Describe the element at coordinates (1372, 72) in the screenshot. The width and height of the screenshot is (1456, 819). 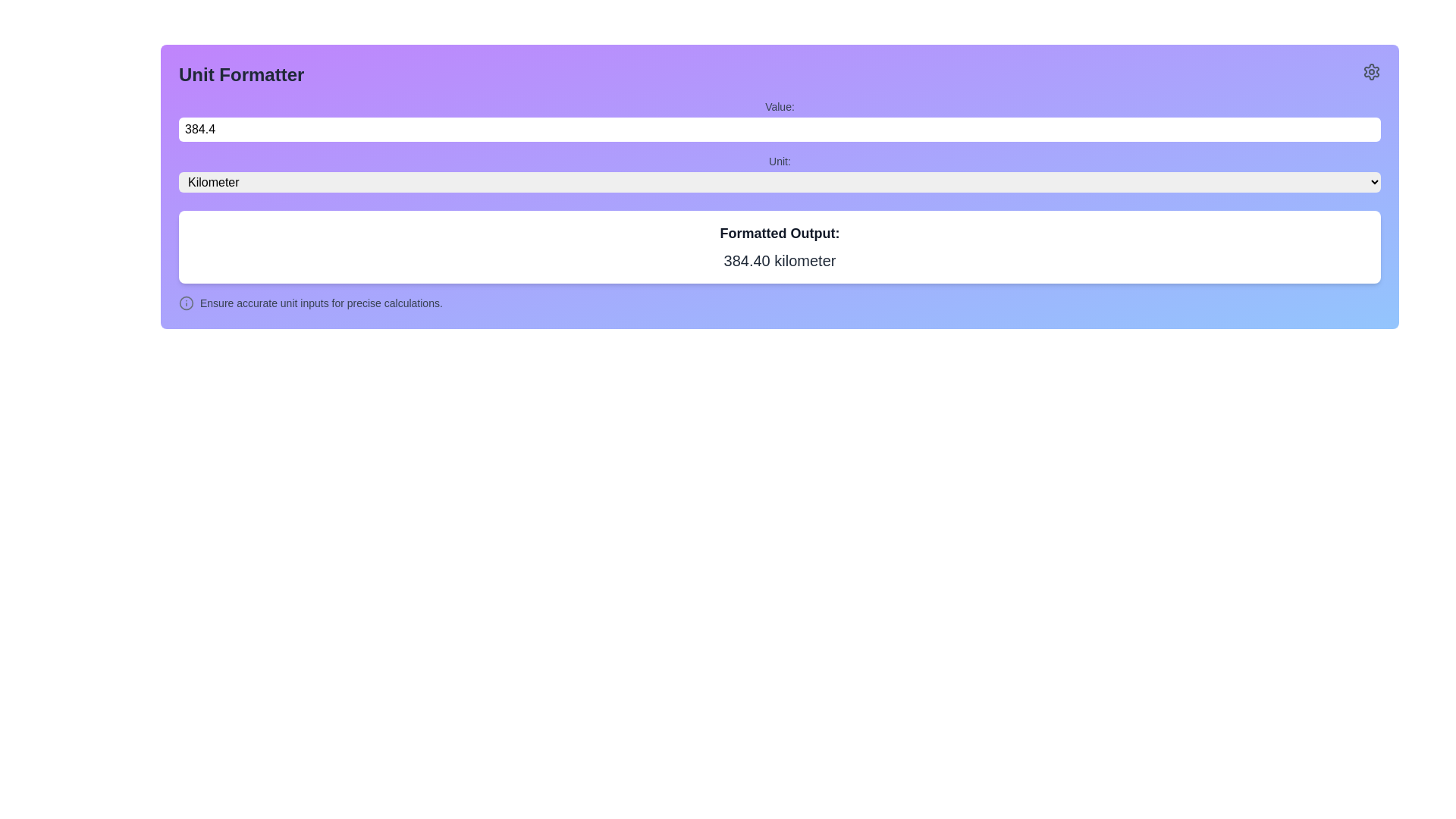
I see `the settings button located at the right end of the 'Unit Formatter' header` at that location.